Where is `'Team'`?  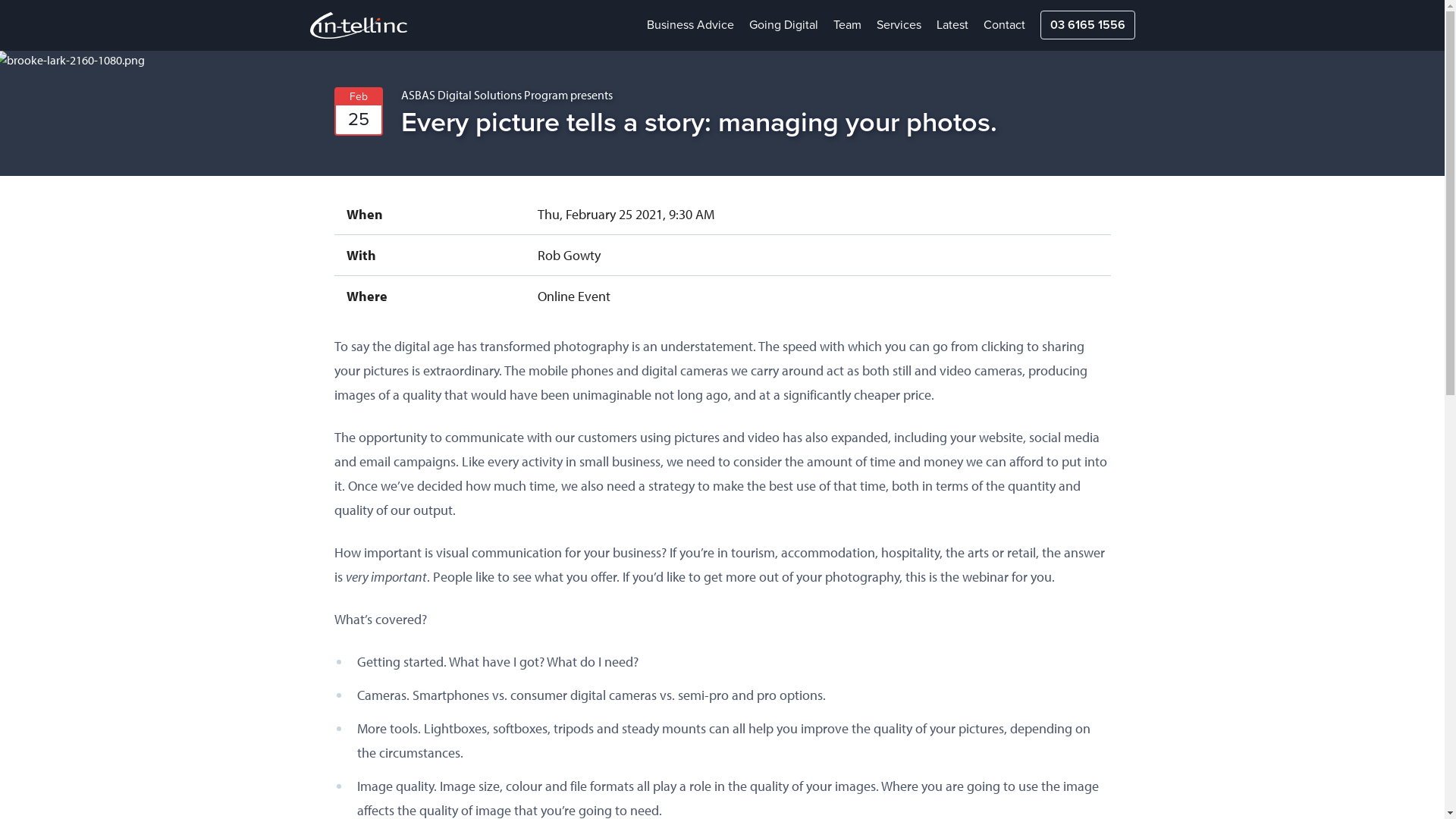 'Team' is located at coordinates (846, 25).